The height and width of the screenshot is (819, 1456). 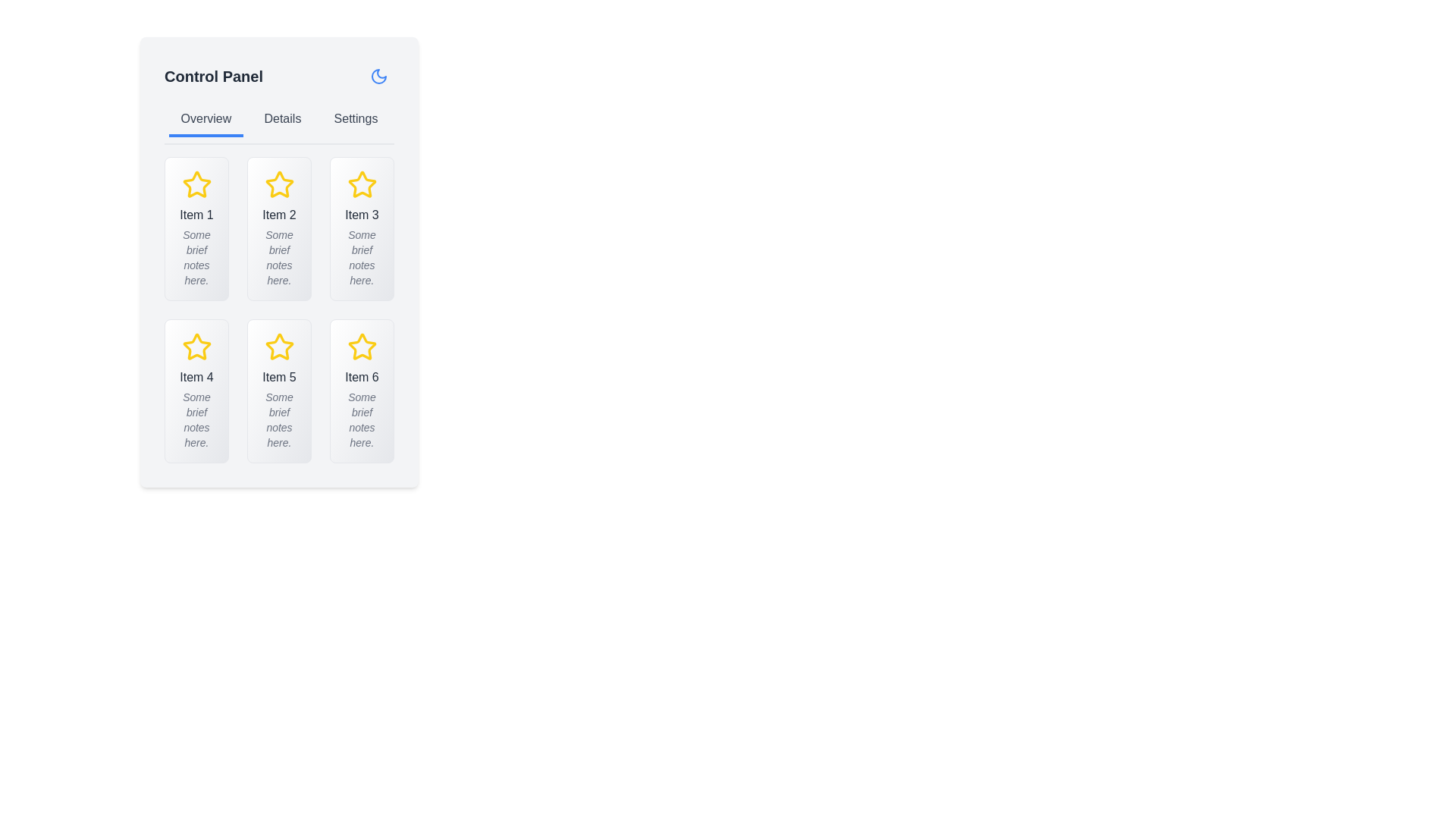 What do you see at coordinates (361, 376) in the screenshot?
I see `the text label that identifies the sixth card in the bottom-right corner of the card grid layout` at bounding box center [361, 376].